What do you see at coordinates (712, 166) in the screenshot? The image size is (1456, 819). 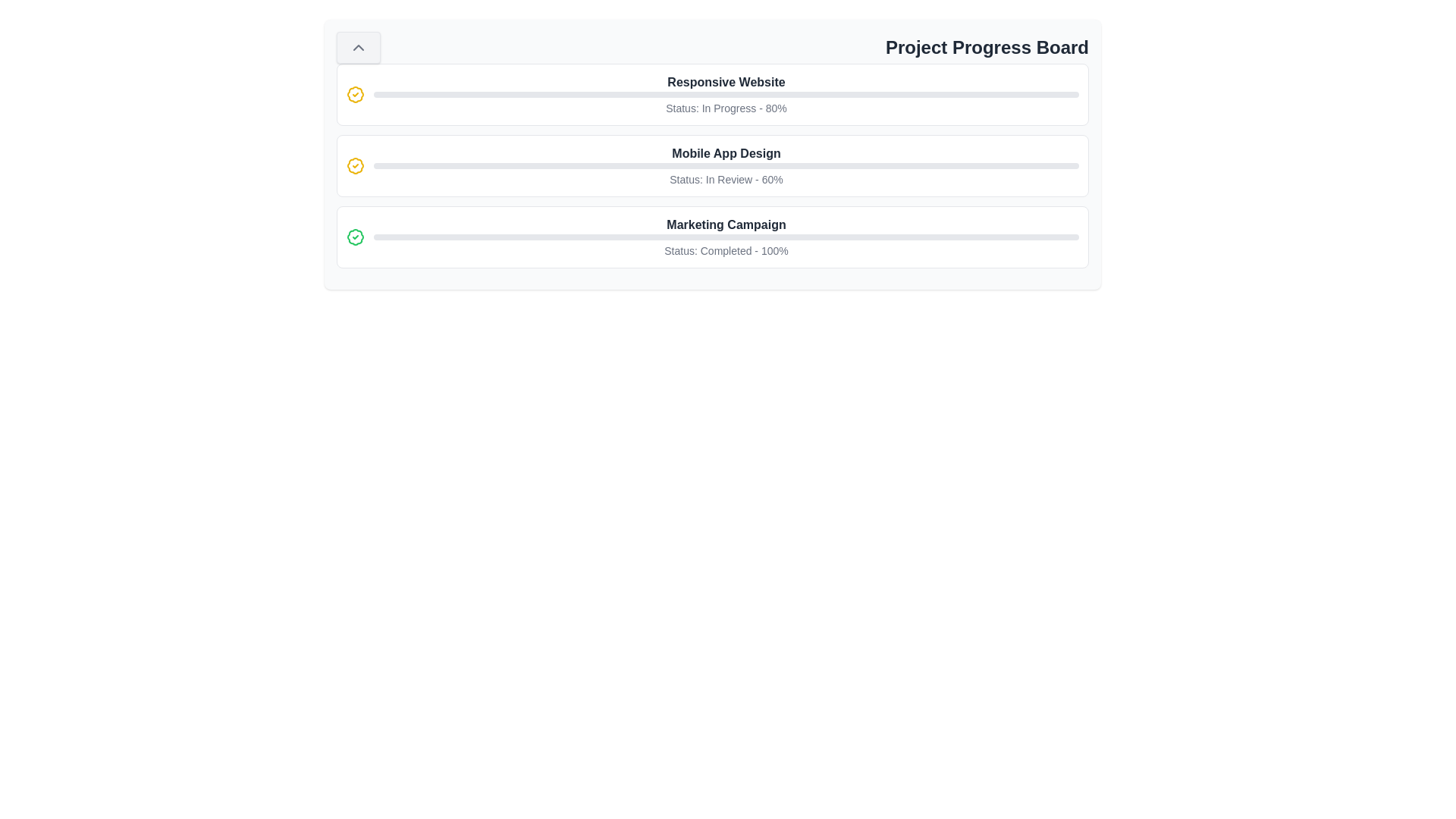 I see `the Project status display card titled 'Mobile App Design' which shows a status of 'In Review - 60%'` at bounding box center [712, 166].